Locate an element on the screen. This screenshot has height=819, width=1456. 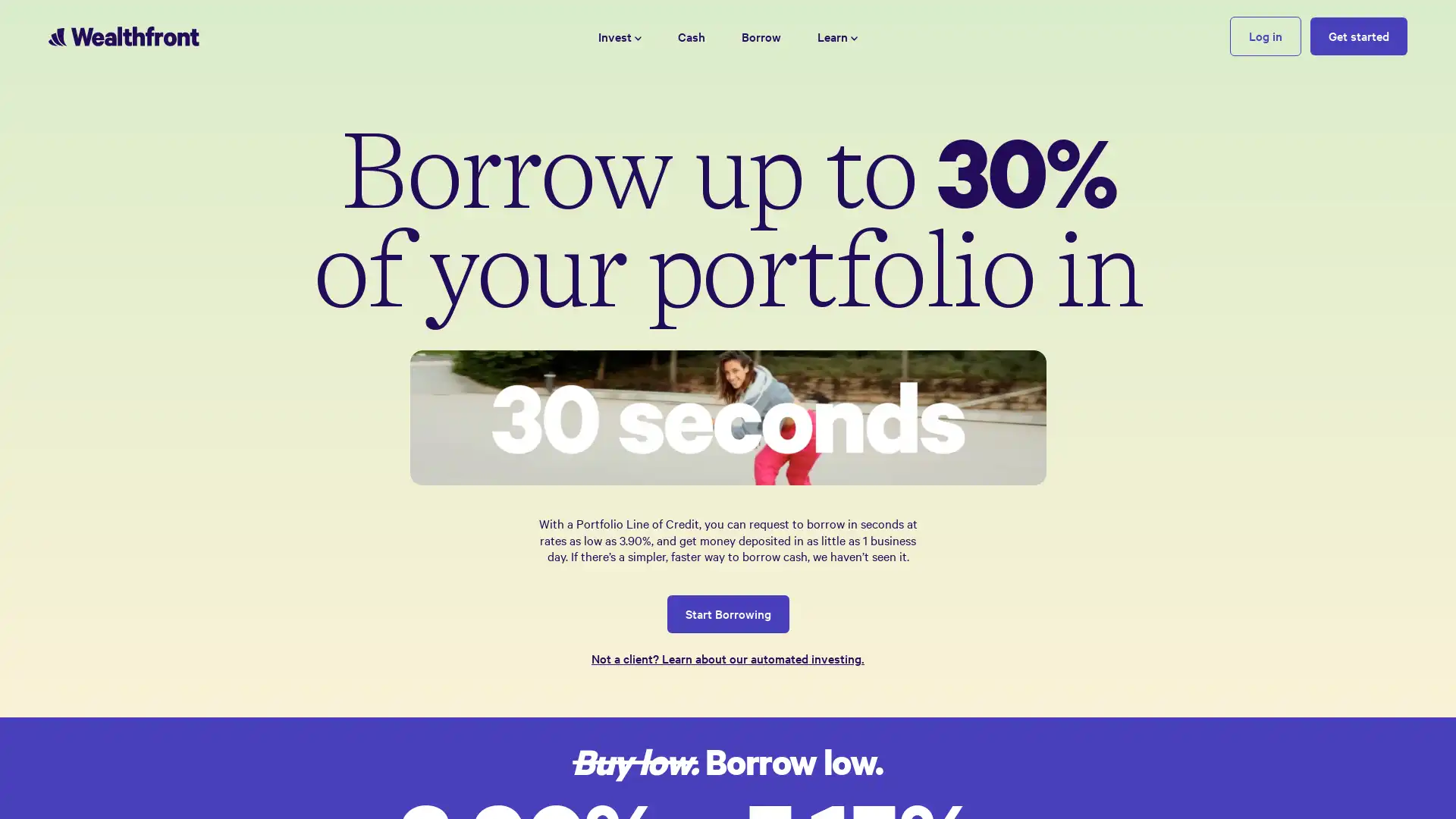
Learn is located at coordinates (836, 35).